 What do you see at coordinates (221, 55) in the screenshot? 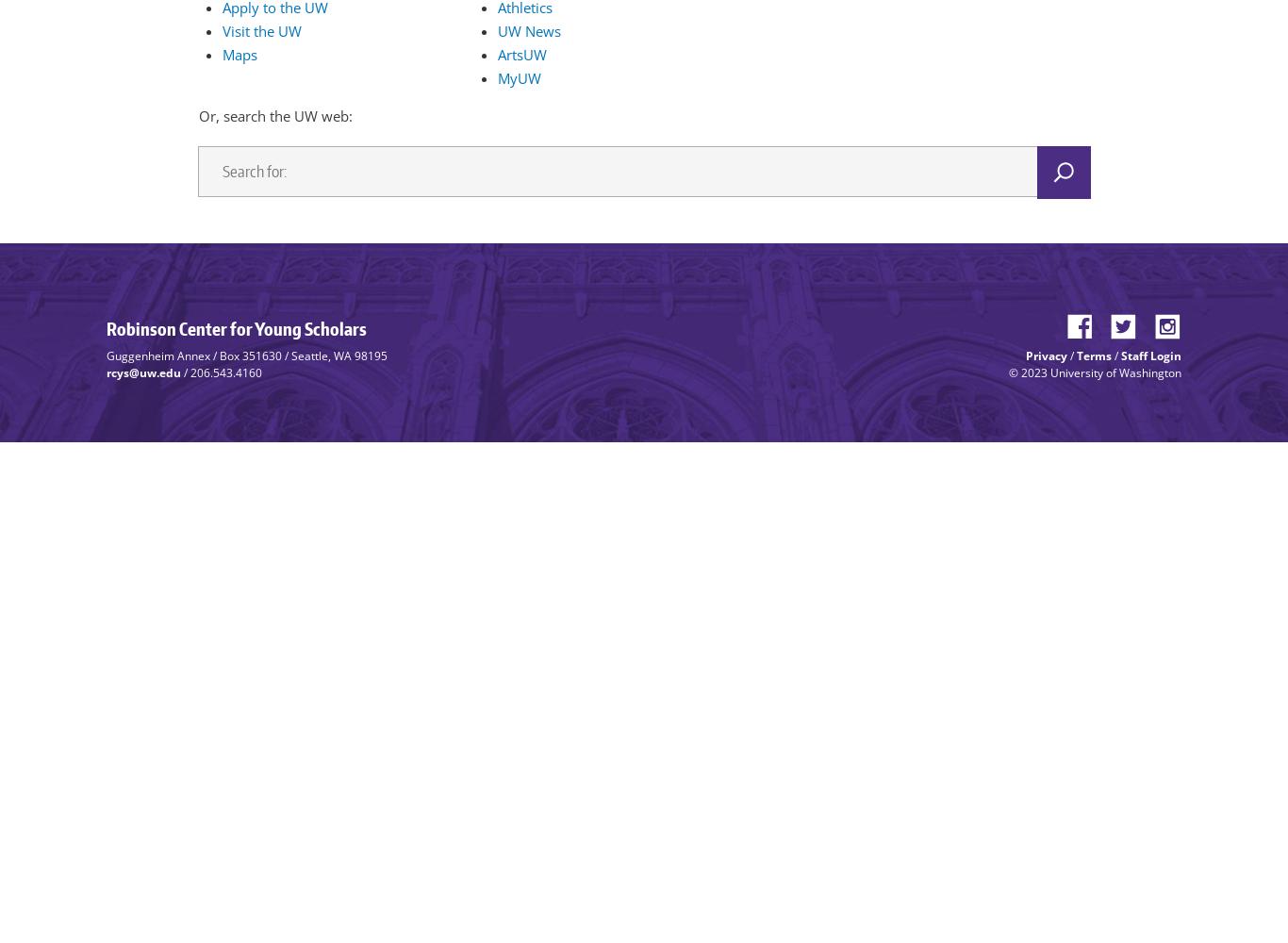
I see `'Maps'` at bounding box center [221, 55].